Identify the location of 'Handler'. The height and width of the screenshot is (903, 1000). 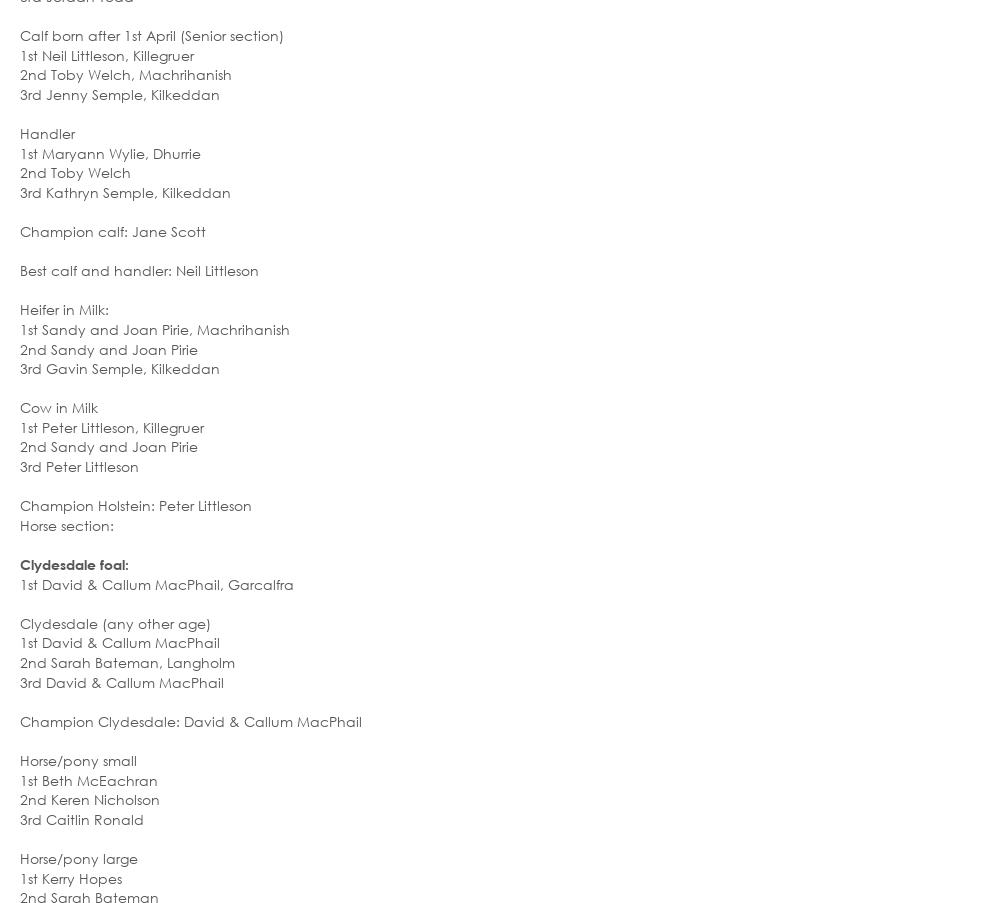
(47, 131).